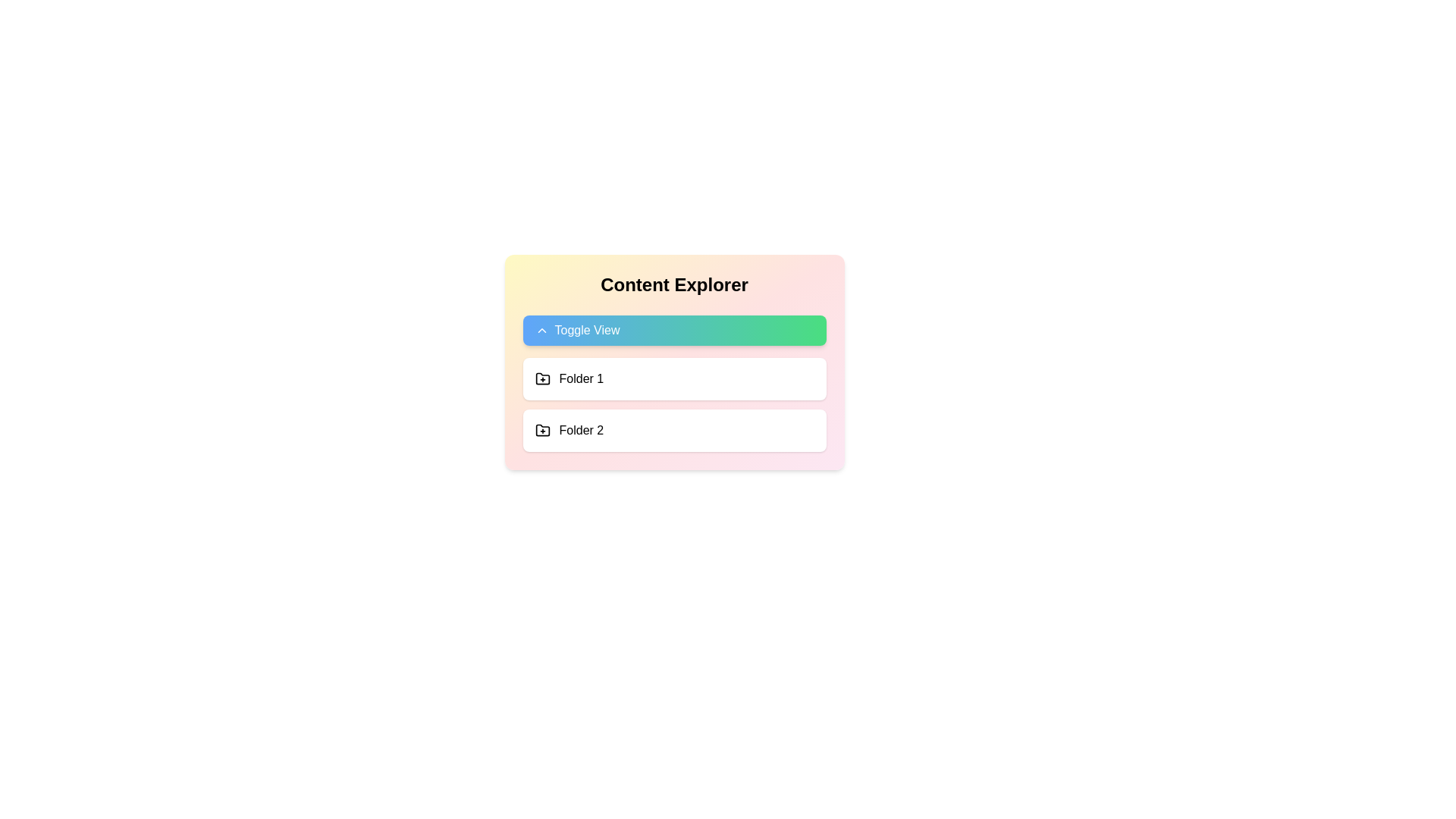 This screenshot has height=819, width=1456. Describe the element at coordinates (542, 430) in the screenshot. I see `the folder icon positioned to the left of the label 'Folder 2' in the second row of the content explorer section for information` at that location.